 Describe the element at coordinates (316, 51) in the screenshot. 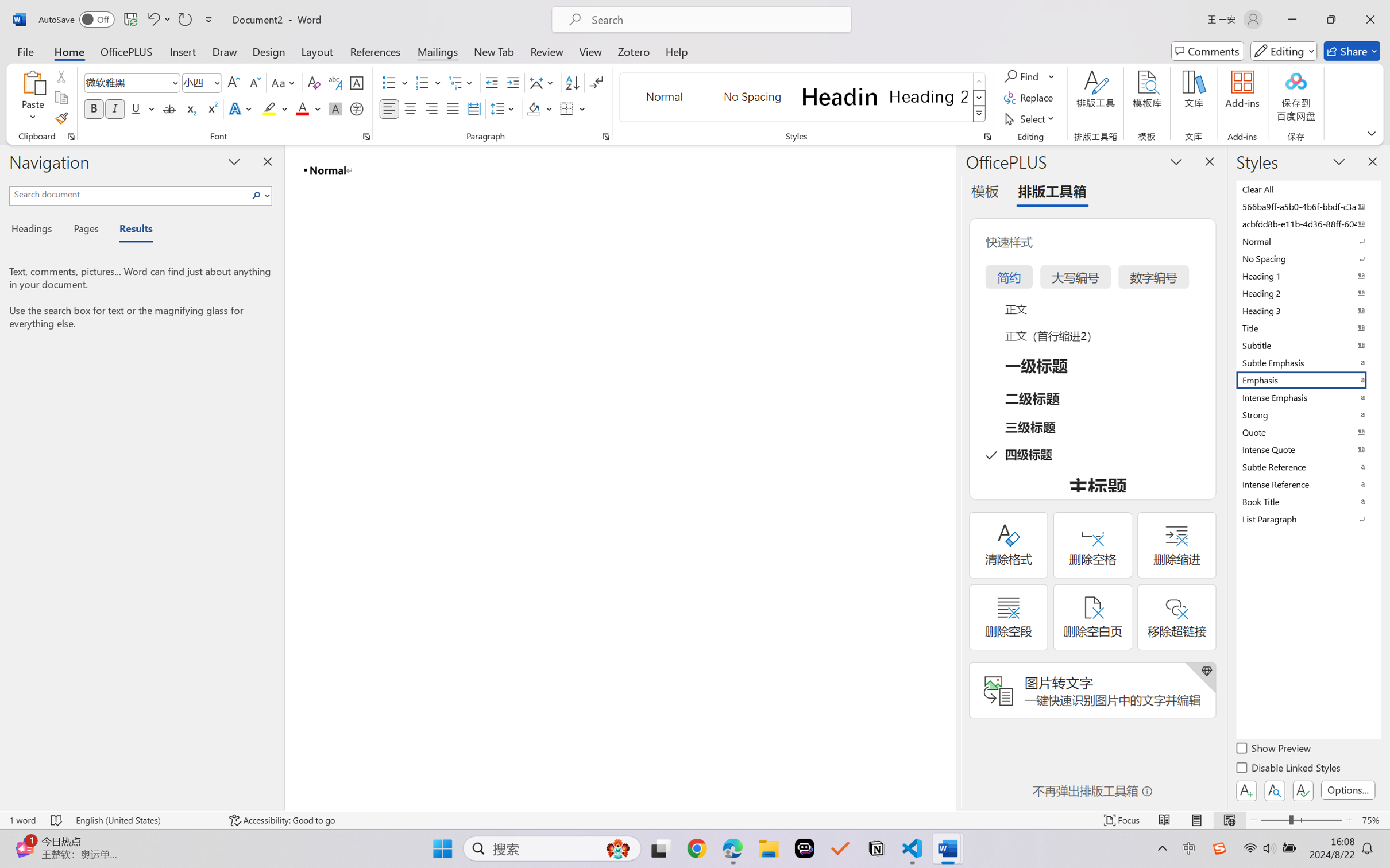

I see `'Layout'` at that location.